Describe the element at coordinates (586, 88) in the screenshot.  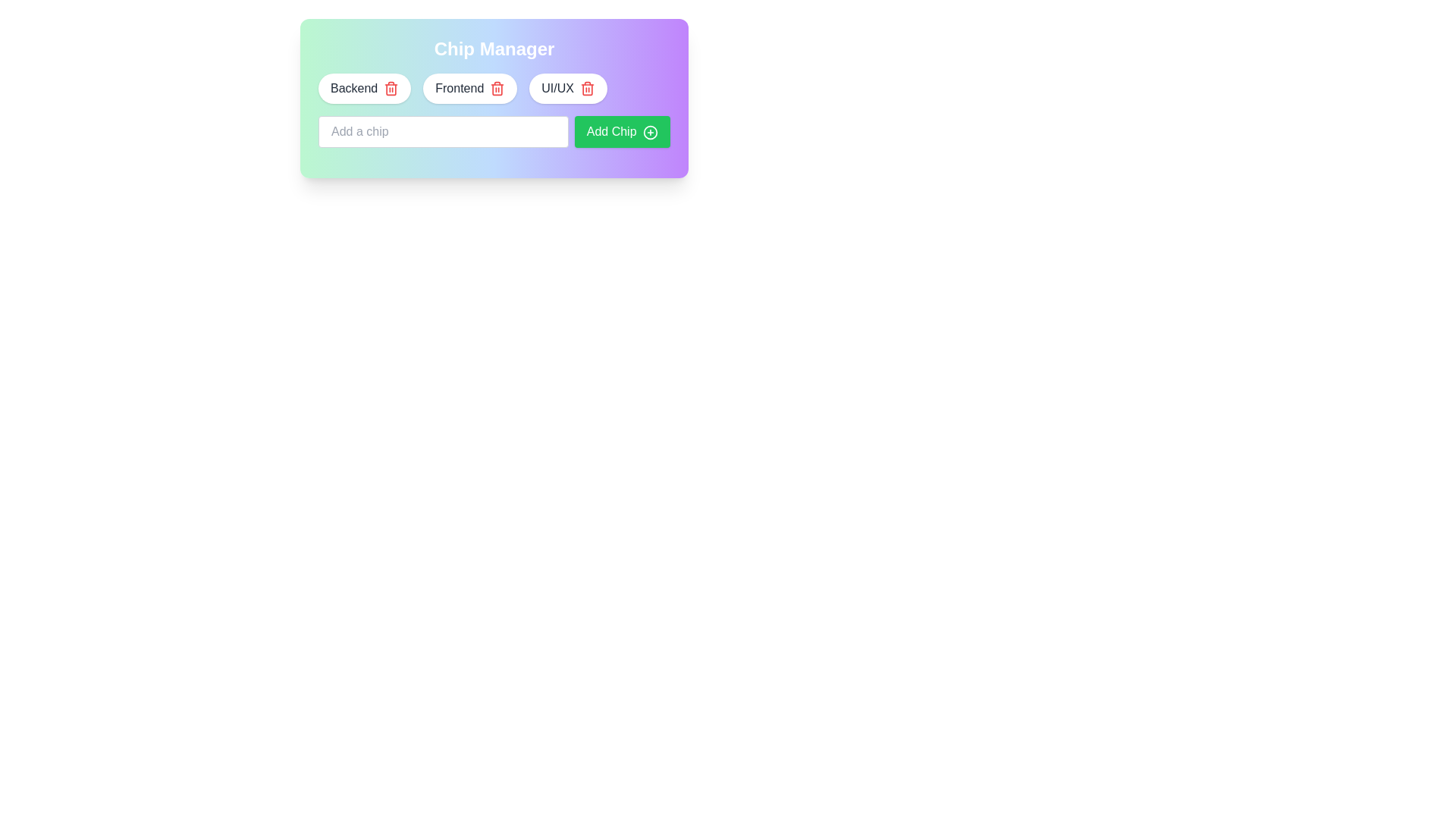
I see `the delete icon button located immediately to the right of the 'UI/UX' label within the third rounded rectangular chip under the 'Chip Manager' title` at that location.